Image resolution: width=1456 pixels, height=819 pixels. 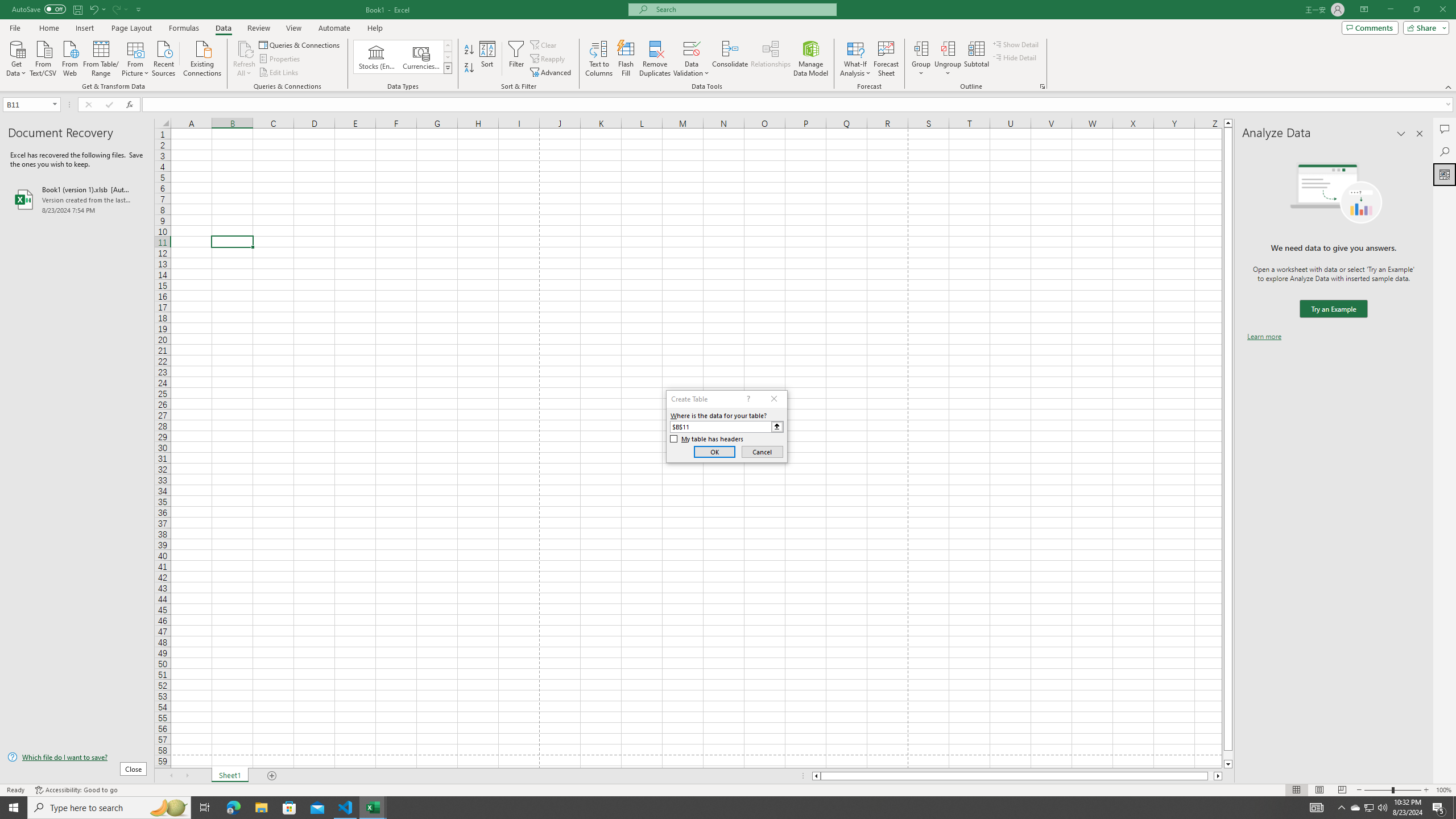 What do you see at coordinates (730, 59) in the screenshot?
I see `'Consolidate...'` at bounding box center [730, 59].